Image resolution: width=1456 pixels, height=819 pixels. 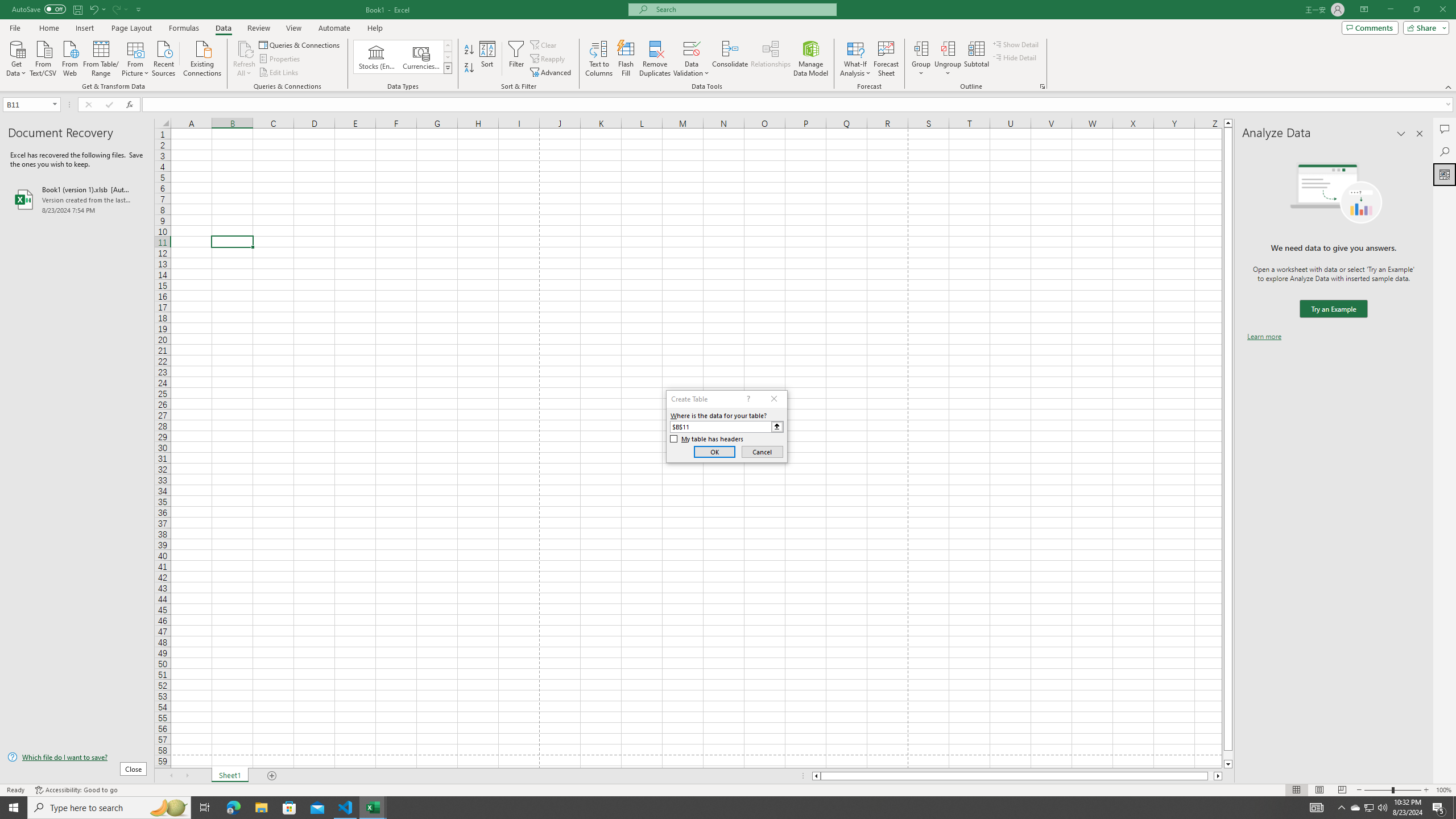 What do you see at coordinates (730, 59) in the screenshot?
I see `'Consolidate...'` at bounding box center [730, 59].